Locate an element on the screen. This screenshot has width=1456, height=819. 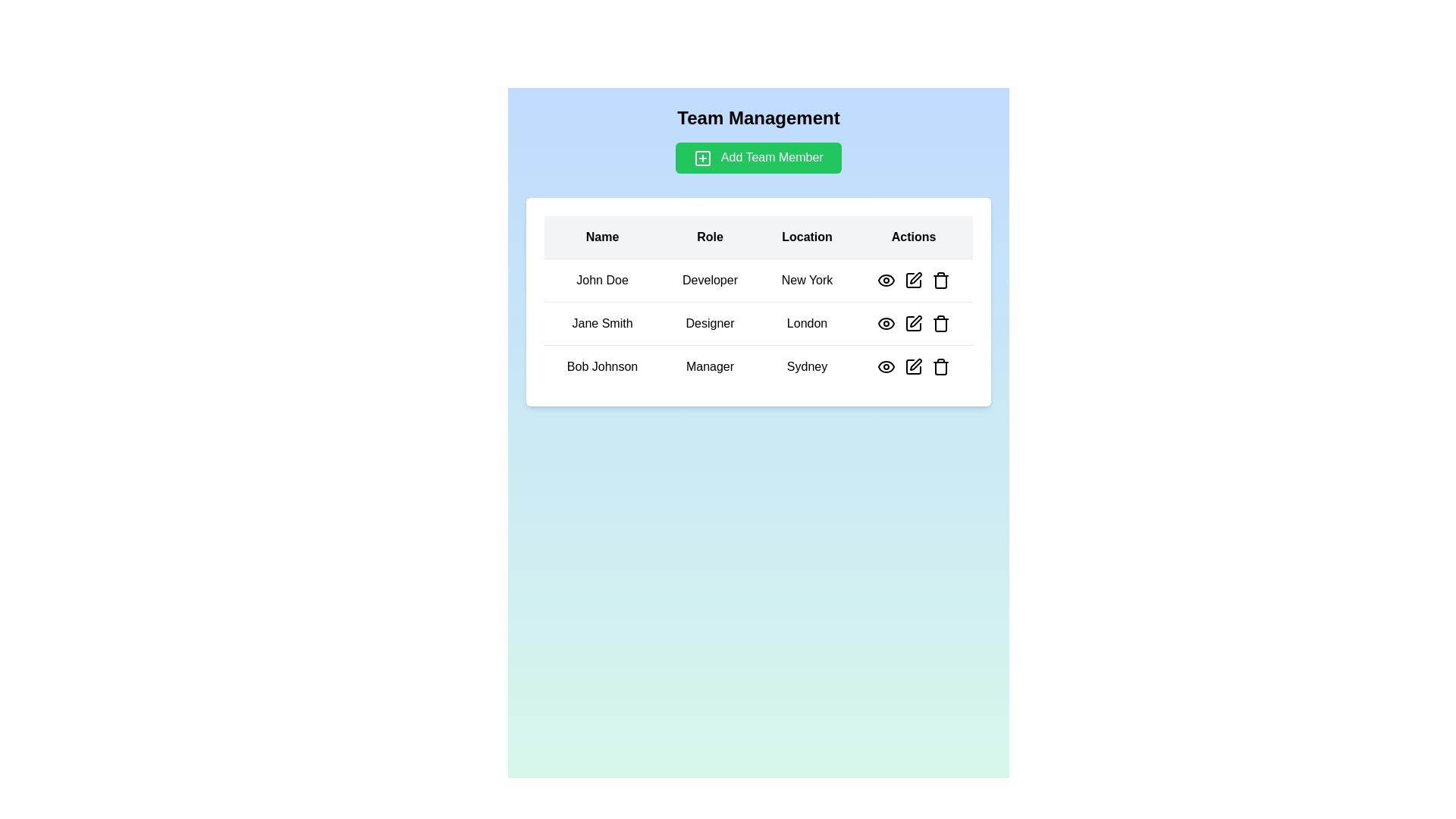
the text label displaying 'London' associated with 'Jane Smith' in the second row of the 'Location' column in the tabular data is located at coordinates (806, 322).